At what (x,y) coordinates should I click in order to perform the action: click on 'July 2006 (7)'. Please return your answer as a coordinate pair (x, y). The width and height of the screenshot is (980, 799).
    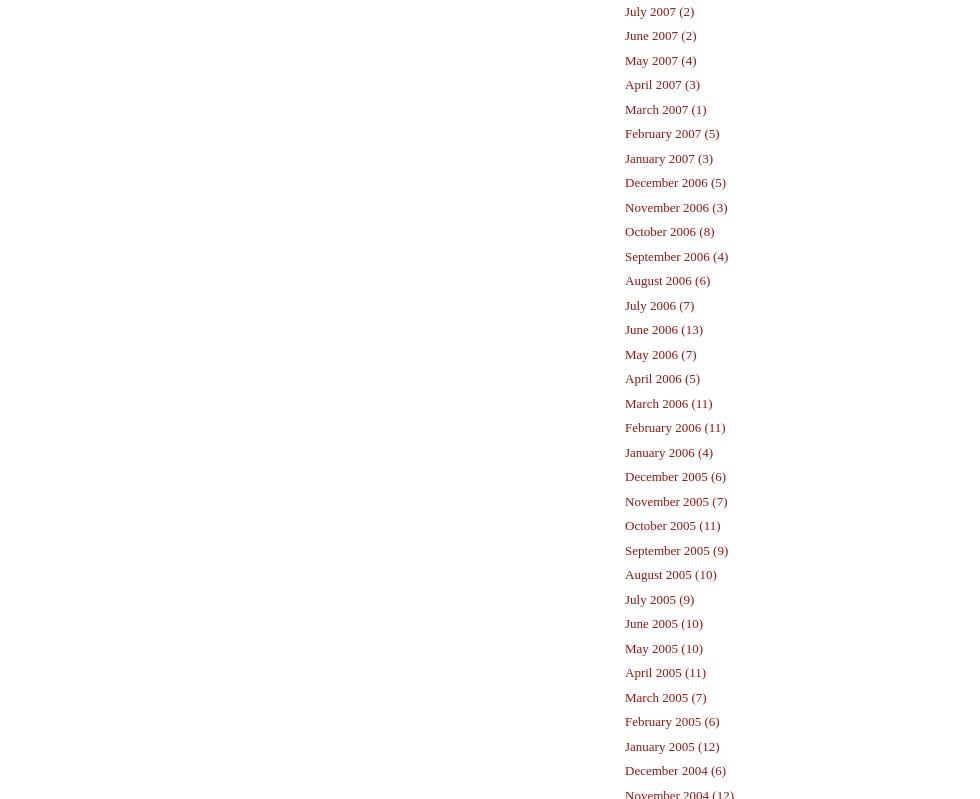
    Looking at the image, I should click on (659, 303).